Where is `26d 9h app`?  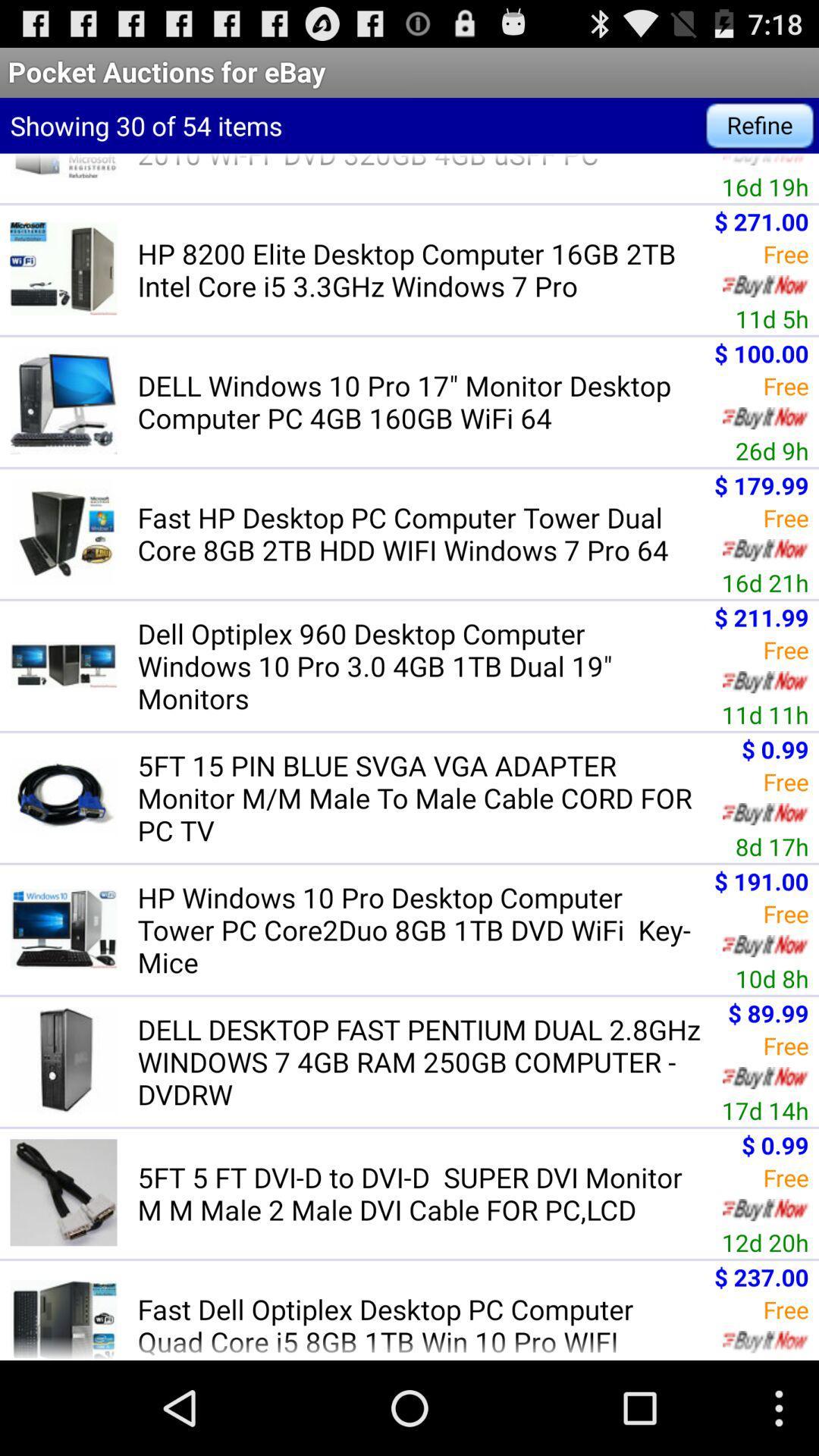
26d 9h app is located at coordinates (772, 450).